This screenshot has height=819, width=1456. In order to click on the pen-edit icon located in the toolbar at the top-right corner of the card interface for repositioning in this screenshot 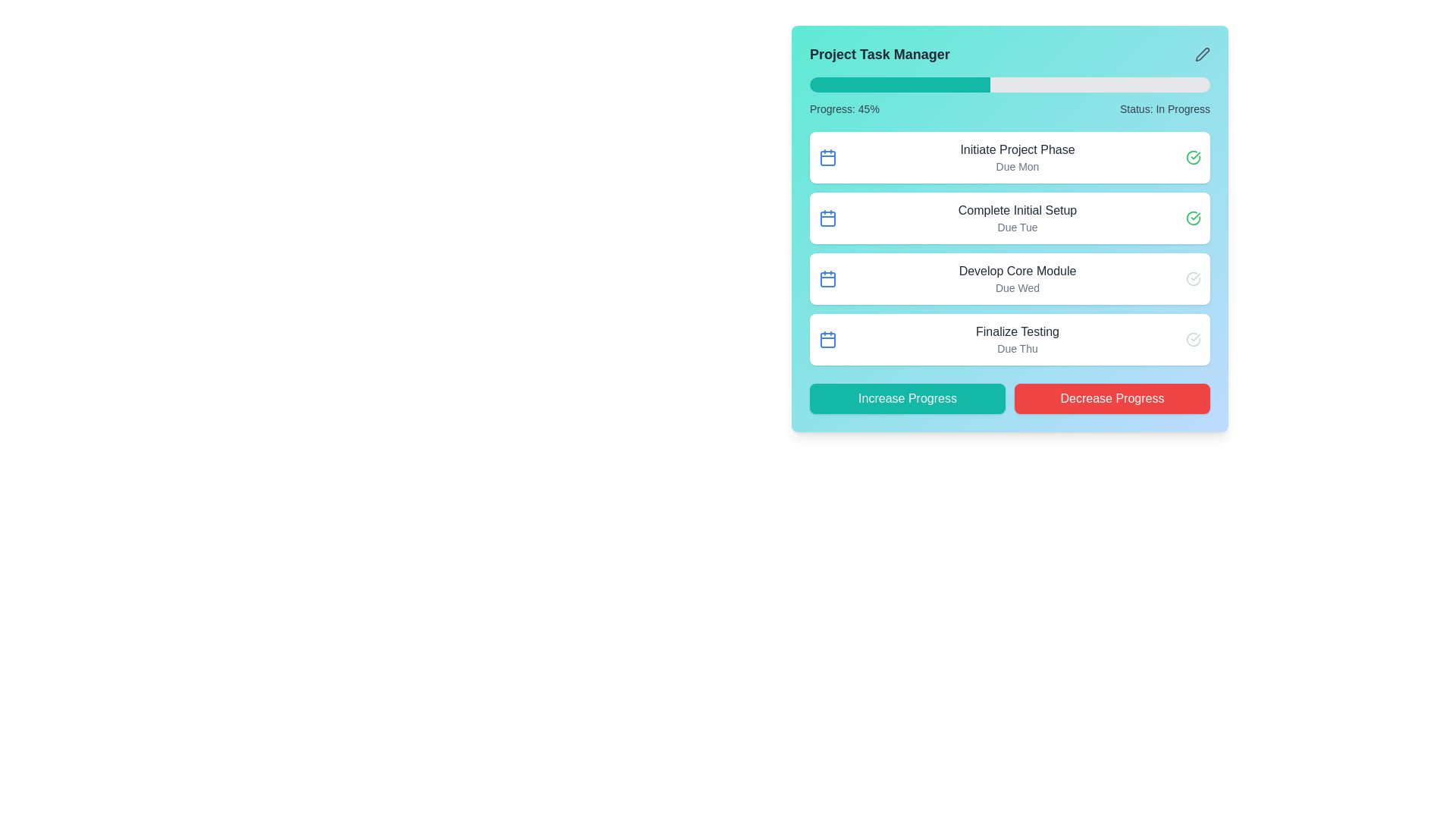, I will do `click(1201, 54)`.